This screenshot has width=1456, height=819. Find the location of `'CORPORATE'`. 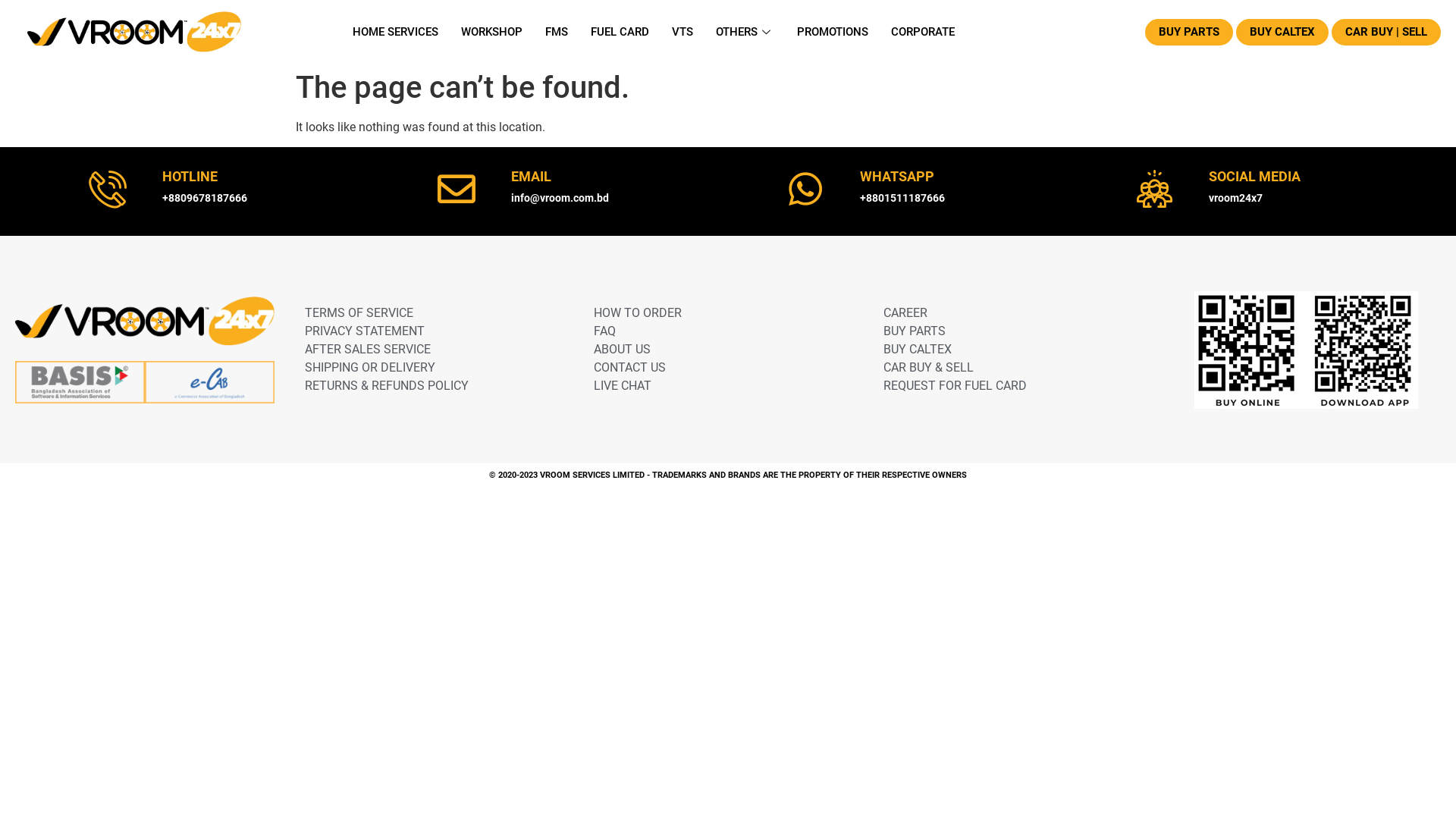

'CORPORATE' is located at coordinates (922, 32).